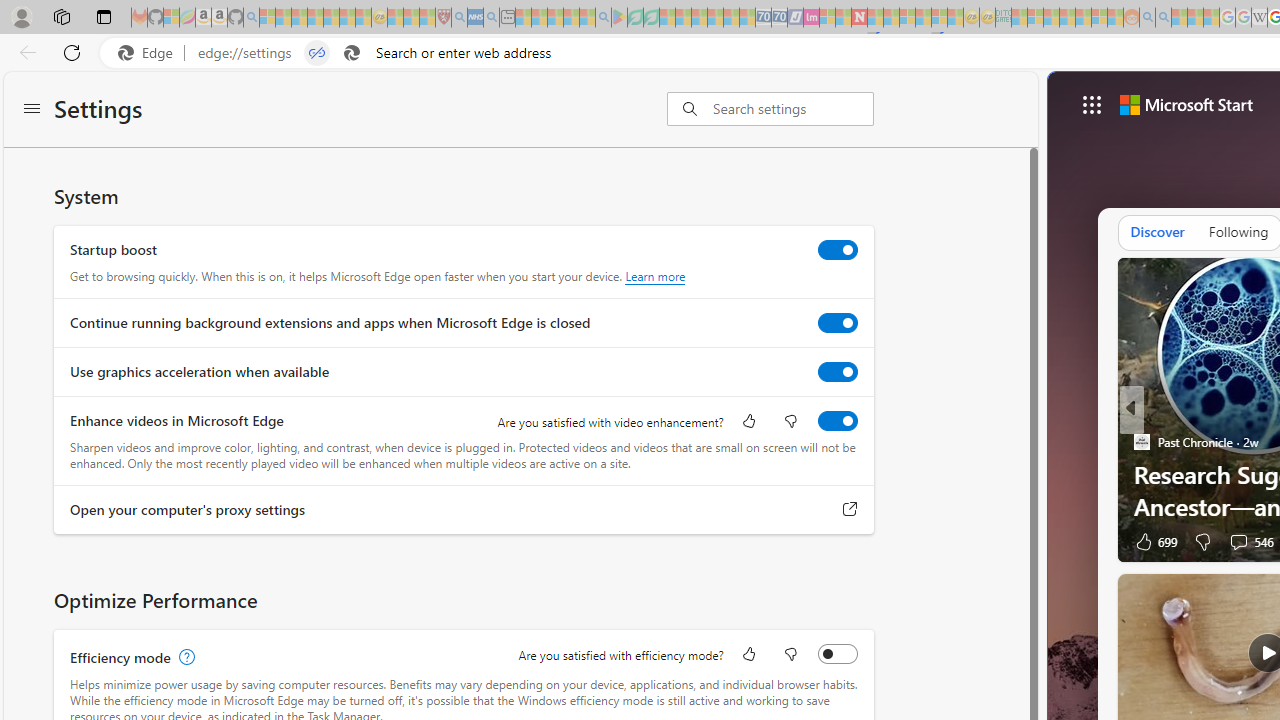 The width and height of the screenshot is (1280, 720). I want to click on 'Pets - MSN - Sleeping', so click(570, 17).